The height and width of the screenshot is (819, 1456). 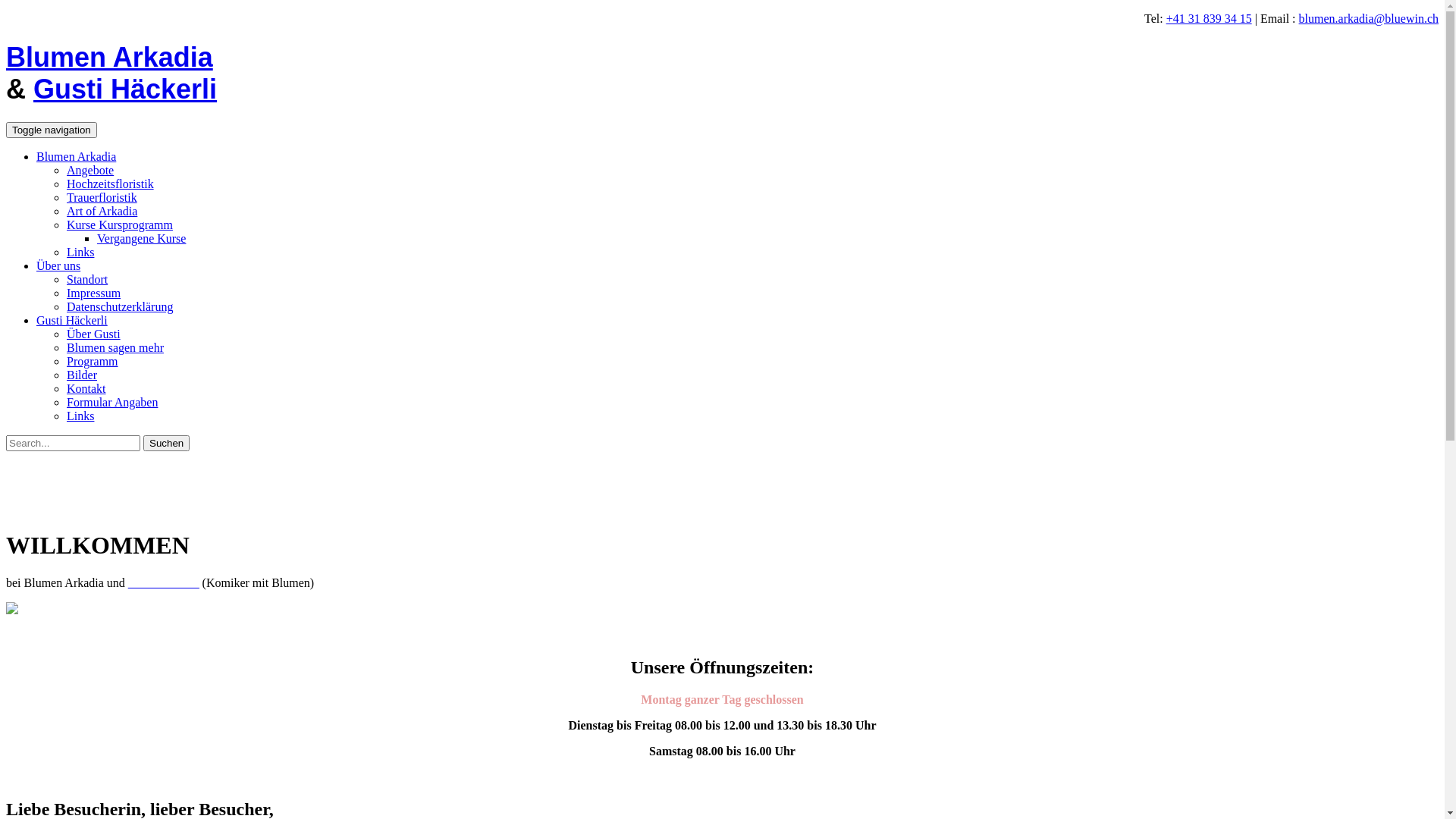 What do you see at coordinates (111, 401) in the screenshot?
I see `'Formular Angaben'` at bounding box center [111, 401].